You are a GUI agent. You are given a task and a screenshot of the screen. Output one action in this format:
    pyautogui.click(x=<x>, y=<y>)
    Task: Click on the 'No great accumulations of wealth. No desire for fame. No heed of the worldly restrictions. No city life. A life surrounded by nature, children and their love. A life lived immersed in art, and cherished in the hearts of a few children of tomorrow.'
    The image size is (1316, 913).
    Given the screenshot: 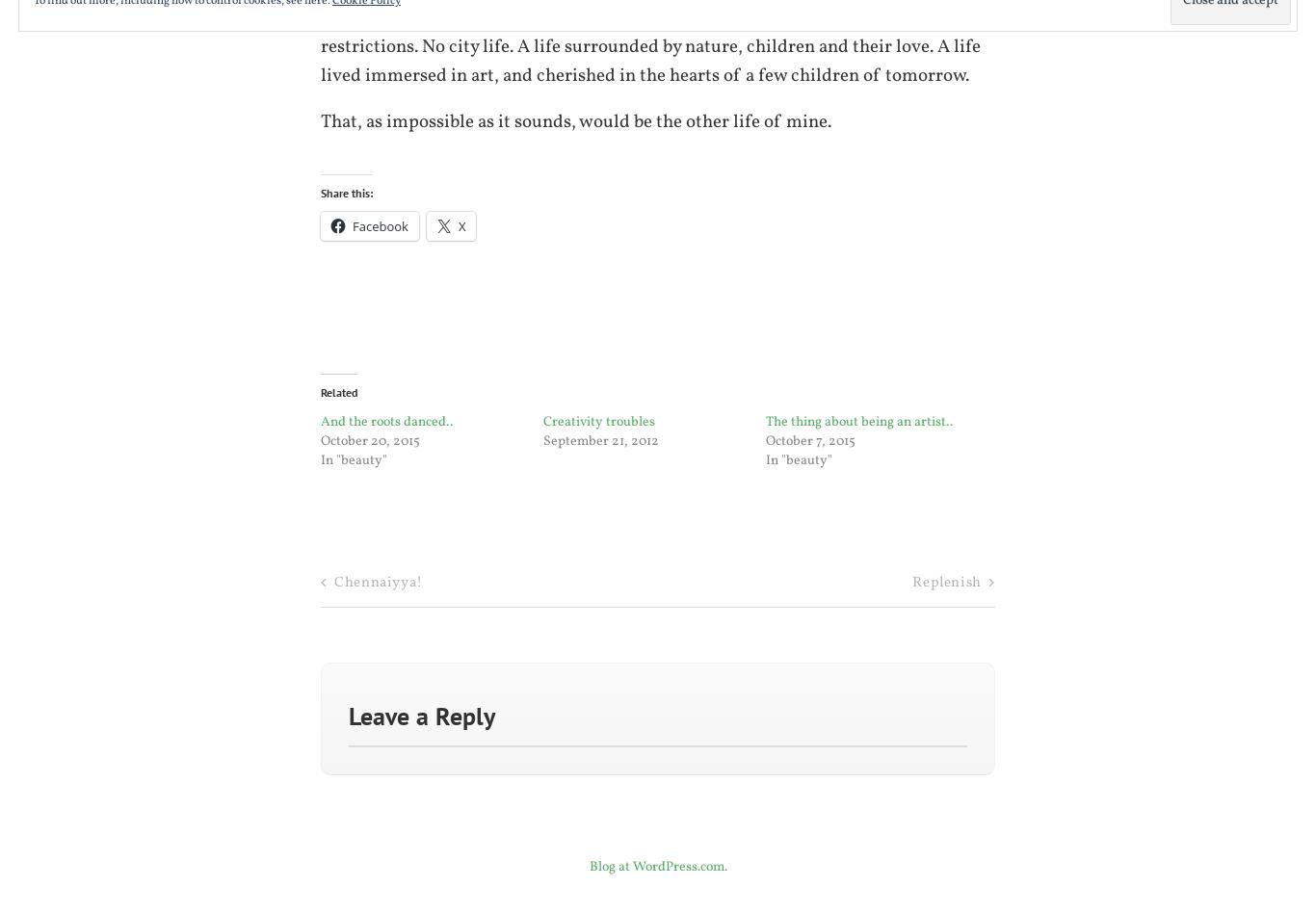 What is the action you would take?
    pyautogui.click(x=649, y=46)
    